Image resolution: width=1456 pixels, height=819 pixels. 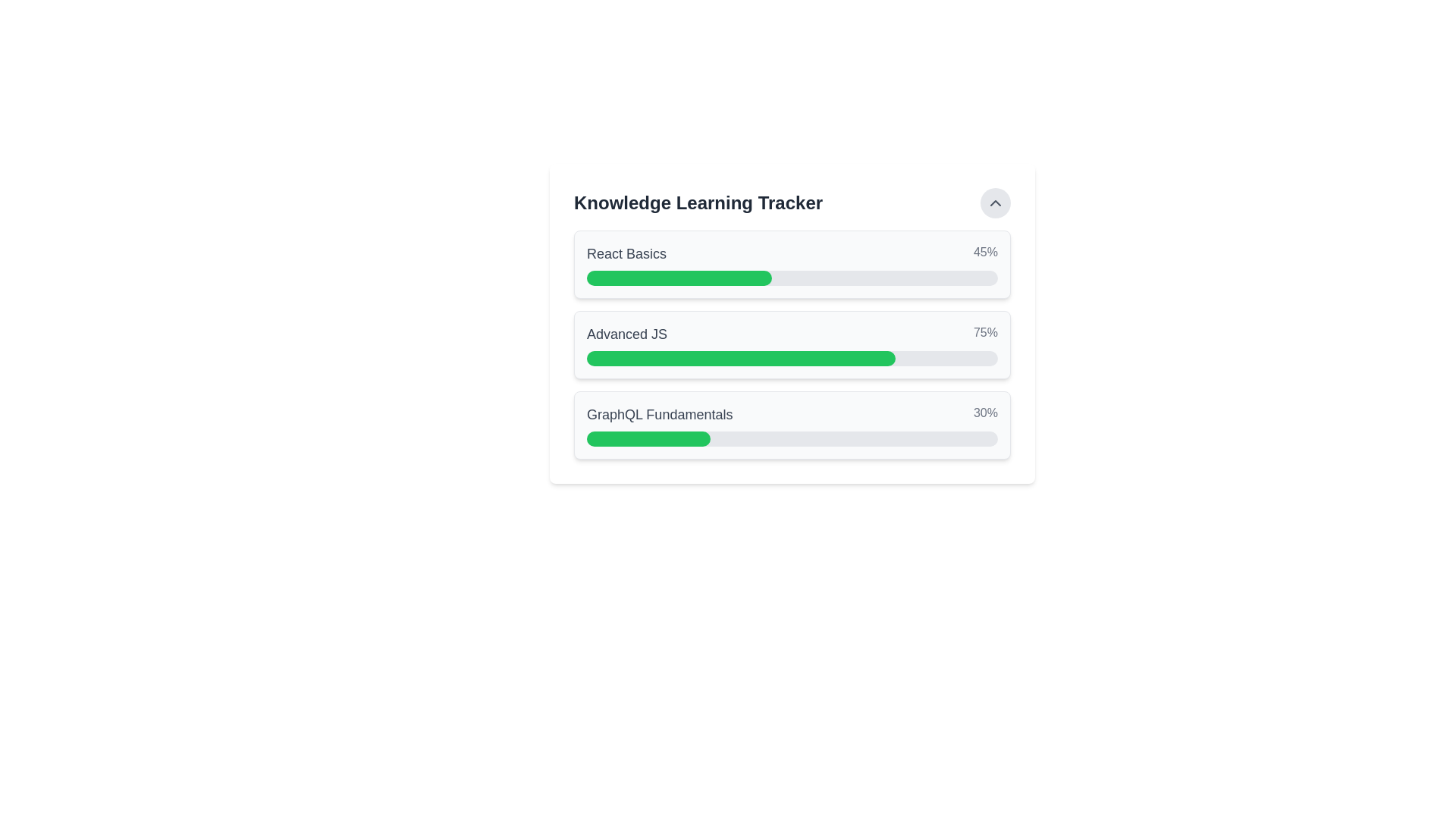 I want to click on the progress bar representing the completion level of the 'React Basics' learning tracker, located inside the light gray bar and occupying 45% of its width, so click(x=678, y=278).